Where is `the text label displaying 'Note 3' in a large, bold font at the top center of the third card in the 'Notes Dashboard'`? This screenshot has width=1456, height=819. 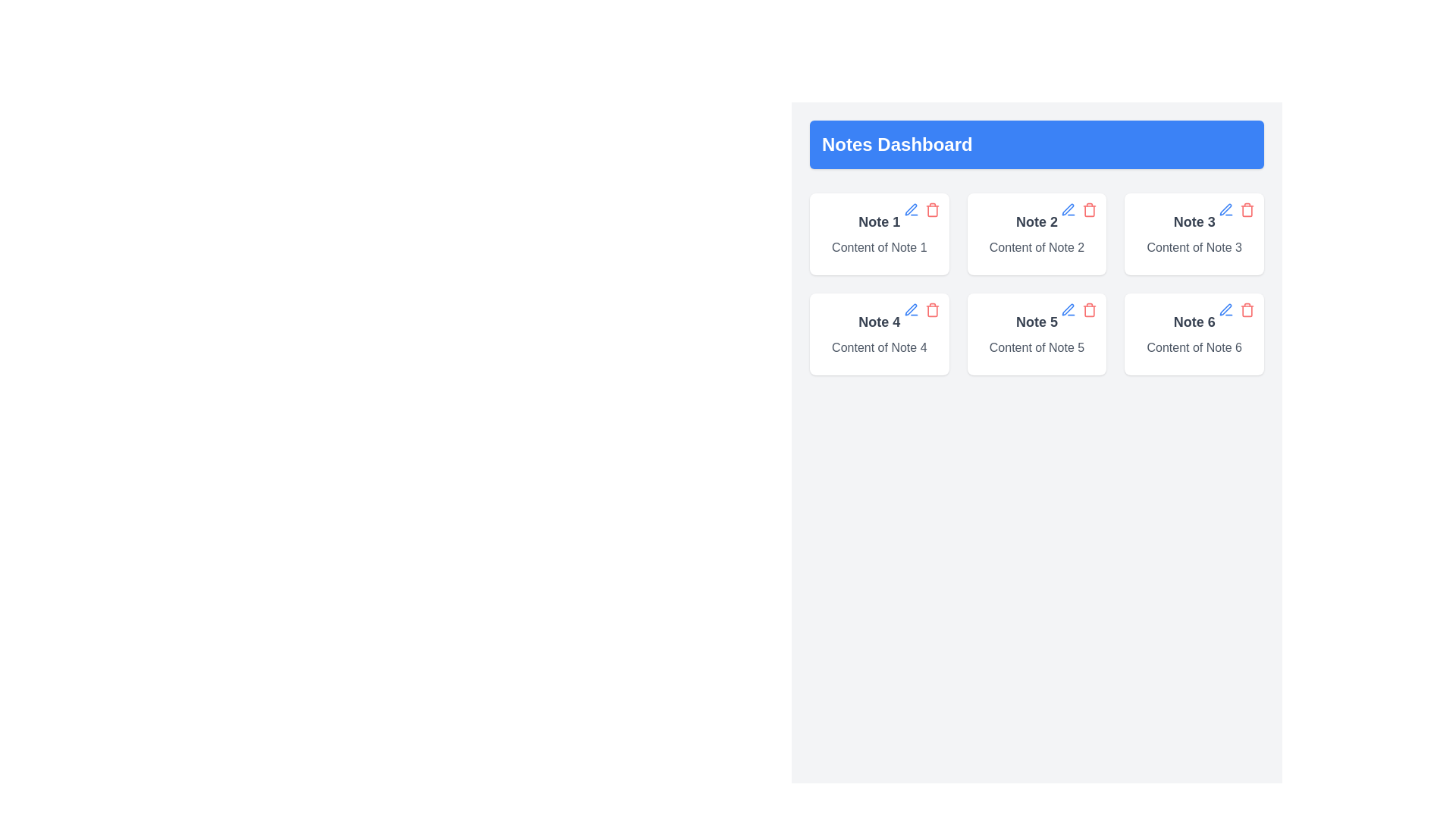
the text label displaying 'Note 3' in a large, bold font at the top center of the third card in the 'Notes Dashboard' is located at coordinates (1194, 222).